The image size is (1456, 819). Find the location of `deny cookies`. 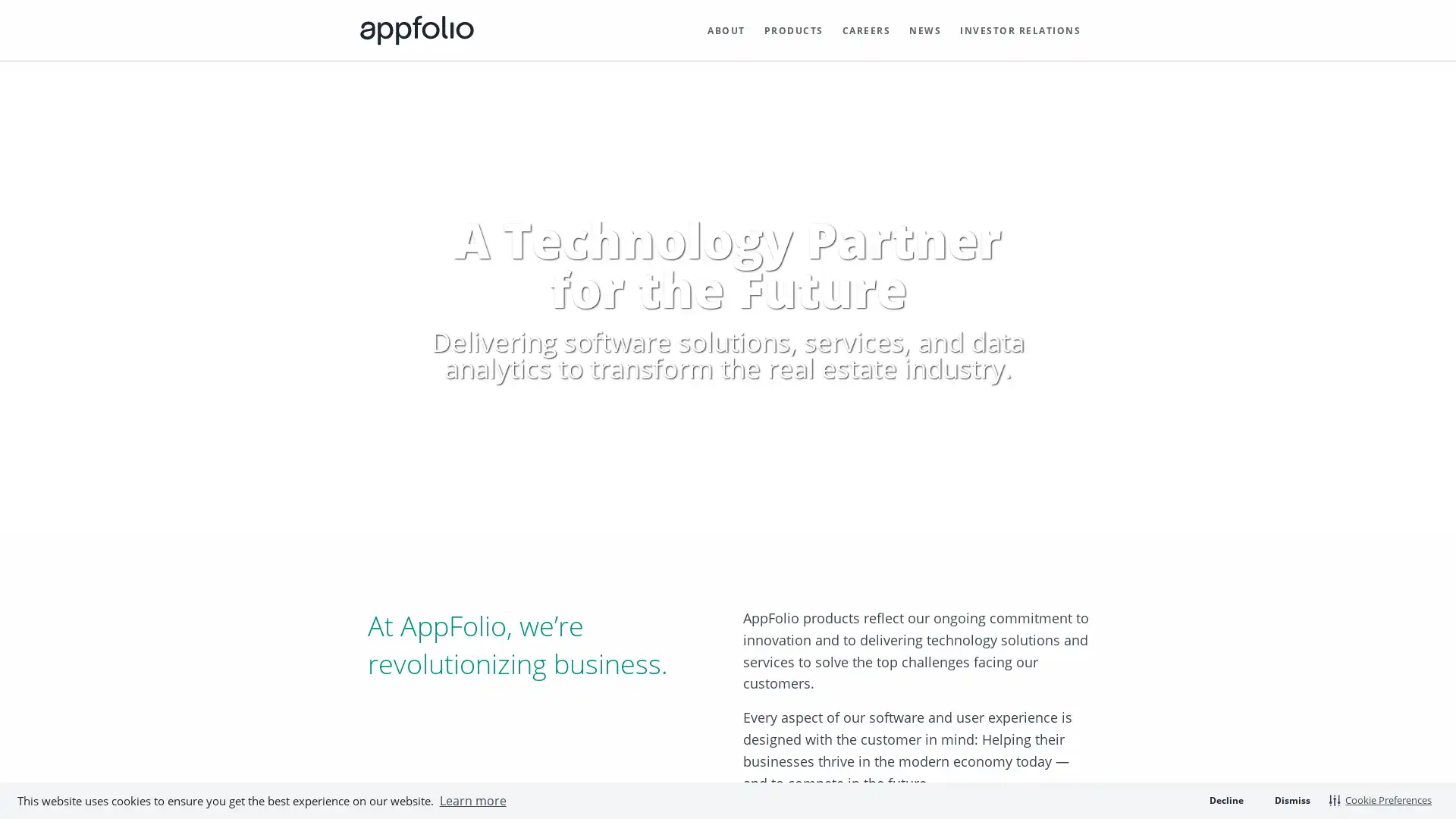

deny cookies is located at coordinates (1226, 799).